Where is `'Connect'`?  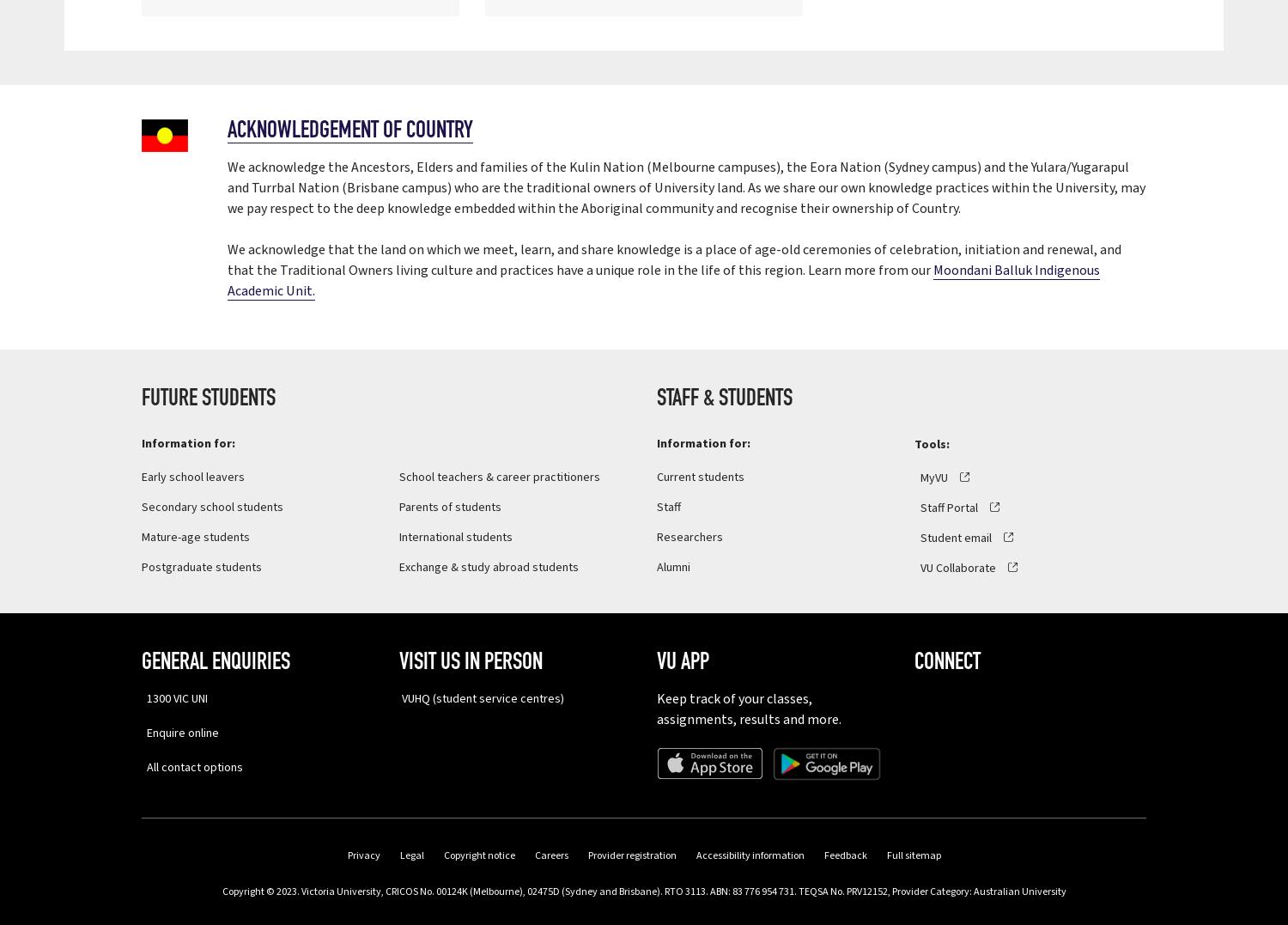
'Connect' is located at coordinates (914, 661).